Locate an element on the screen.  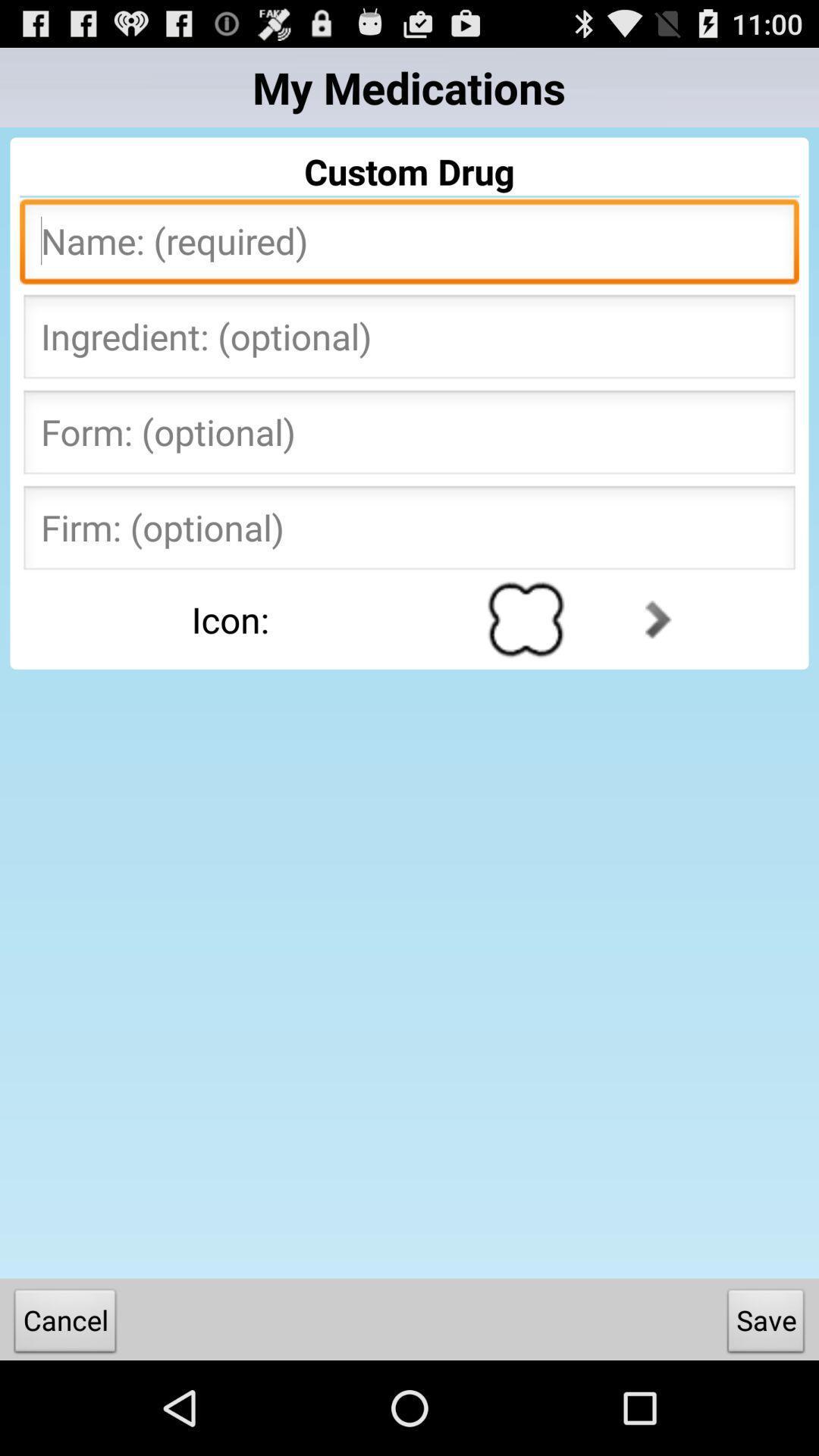
medicine ingredient optional is located at coordinates (409, 340).